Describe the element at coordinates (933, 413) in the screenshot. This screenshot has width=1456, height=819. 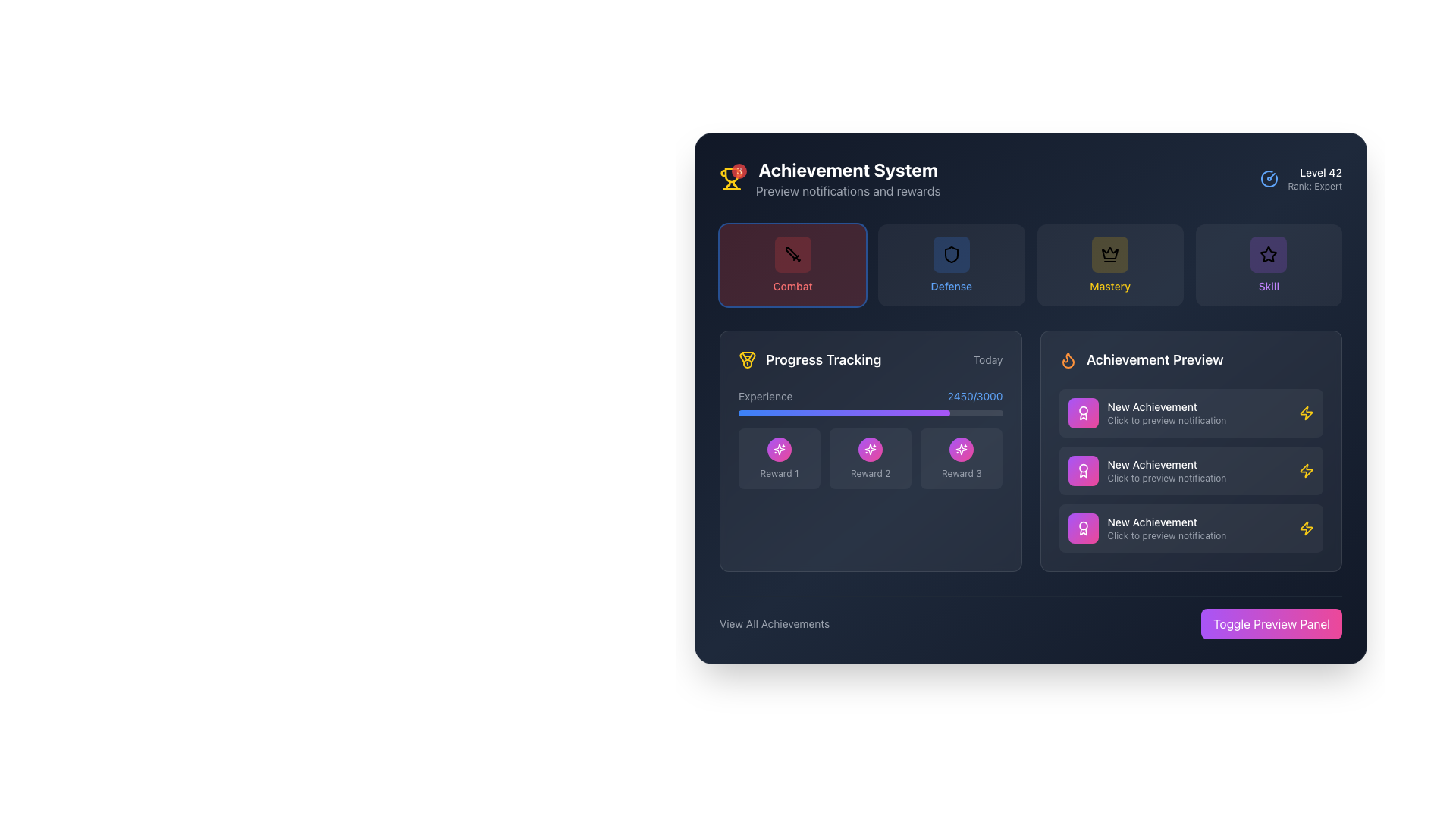
I see `the progress` at that location.